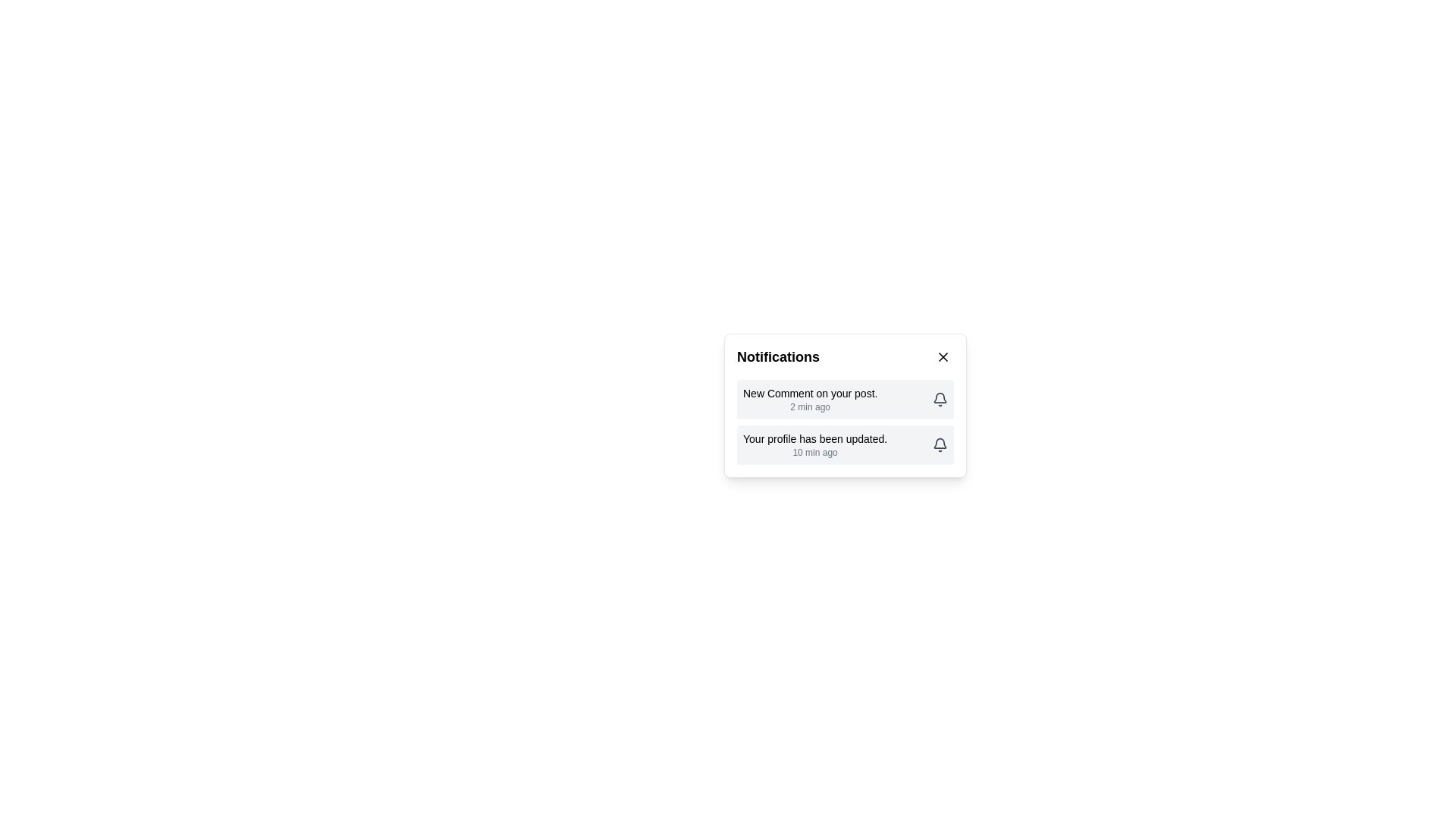  Describe the element at coordinates (844, 399) in the screenshot. I see `the first notification alerting the user to a new comment on their post in the notification list` at that location.